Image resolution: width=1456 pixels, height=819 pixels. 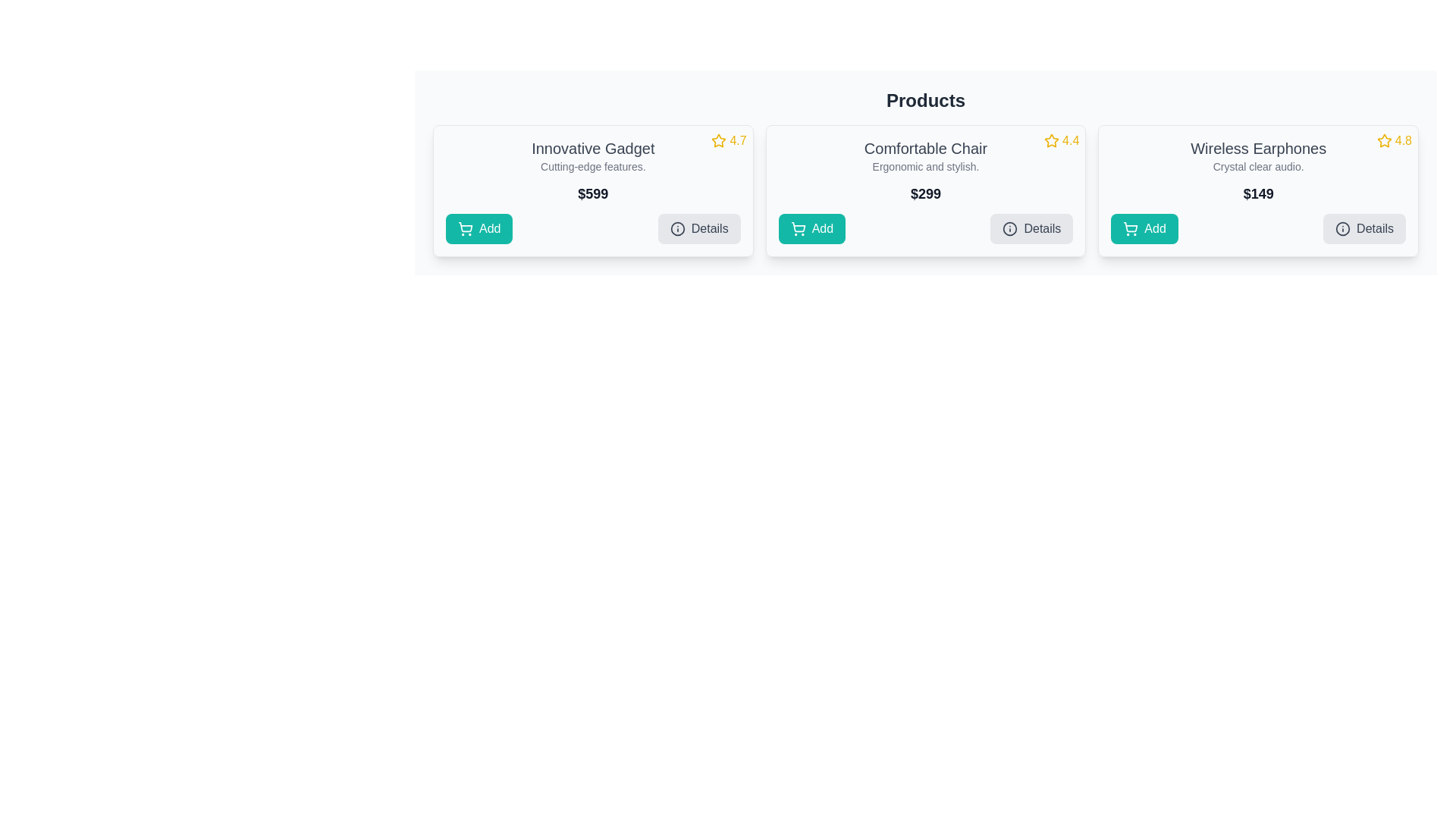 What do you see at coordinates (1343, 228) in the screenshot?
I see `the icon representing additional information within the 'Details' button located at the bottom right section of the 'Wireless Earphones' card` at bounding box center [1343, 228].